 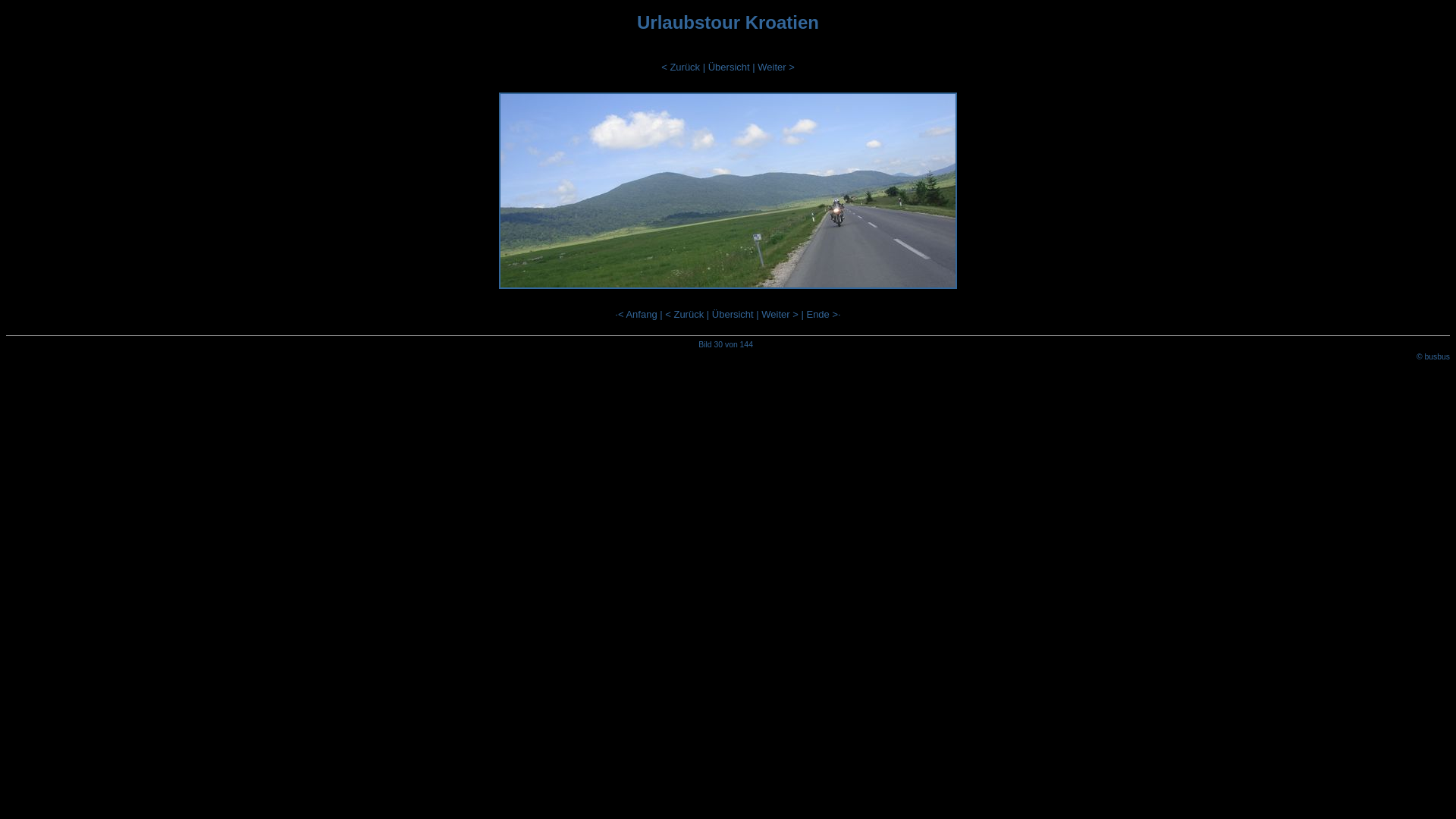 What do you see at coordinates (780, 313) in the screenshot?
I see `'Weiter >'` at bounding box center [780, 313].